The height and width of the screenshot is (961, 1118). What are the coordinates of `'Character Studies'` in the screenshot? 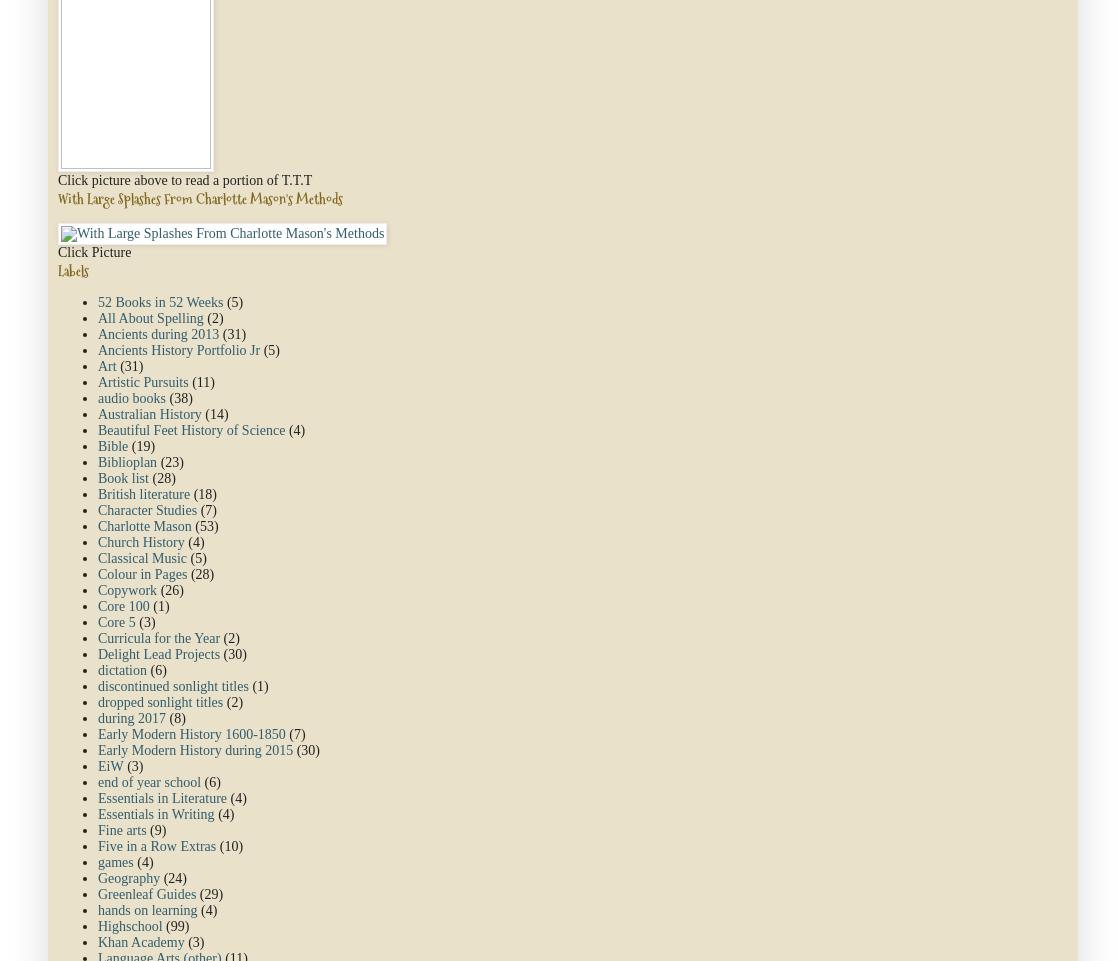 It's located at (98, 510).